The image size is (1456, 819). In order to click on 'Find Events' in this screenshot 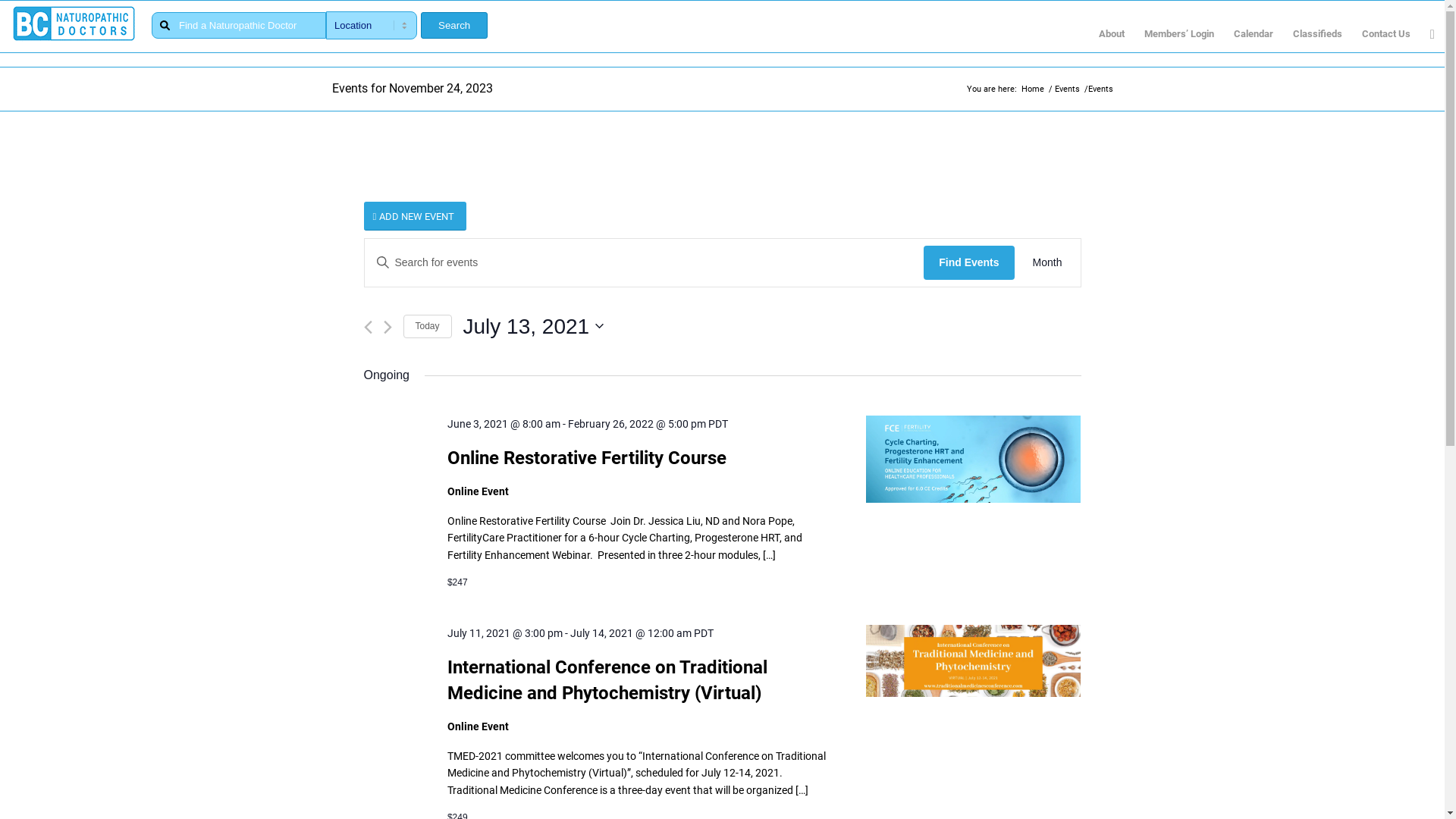, I will do `click(968, 262)`.